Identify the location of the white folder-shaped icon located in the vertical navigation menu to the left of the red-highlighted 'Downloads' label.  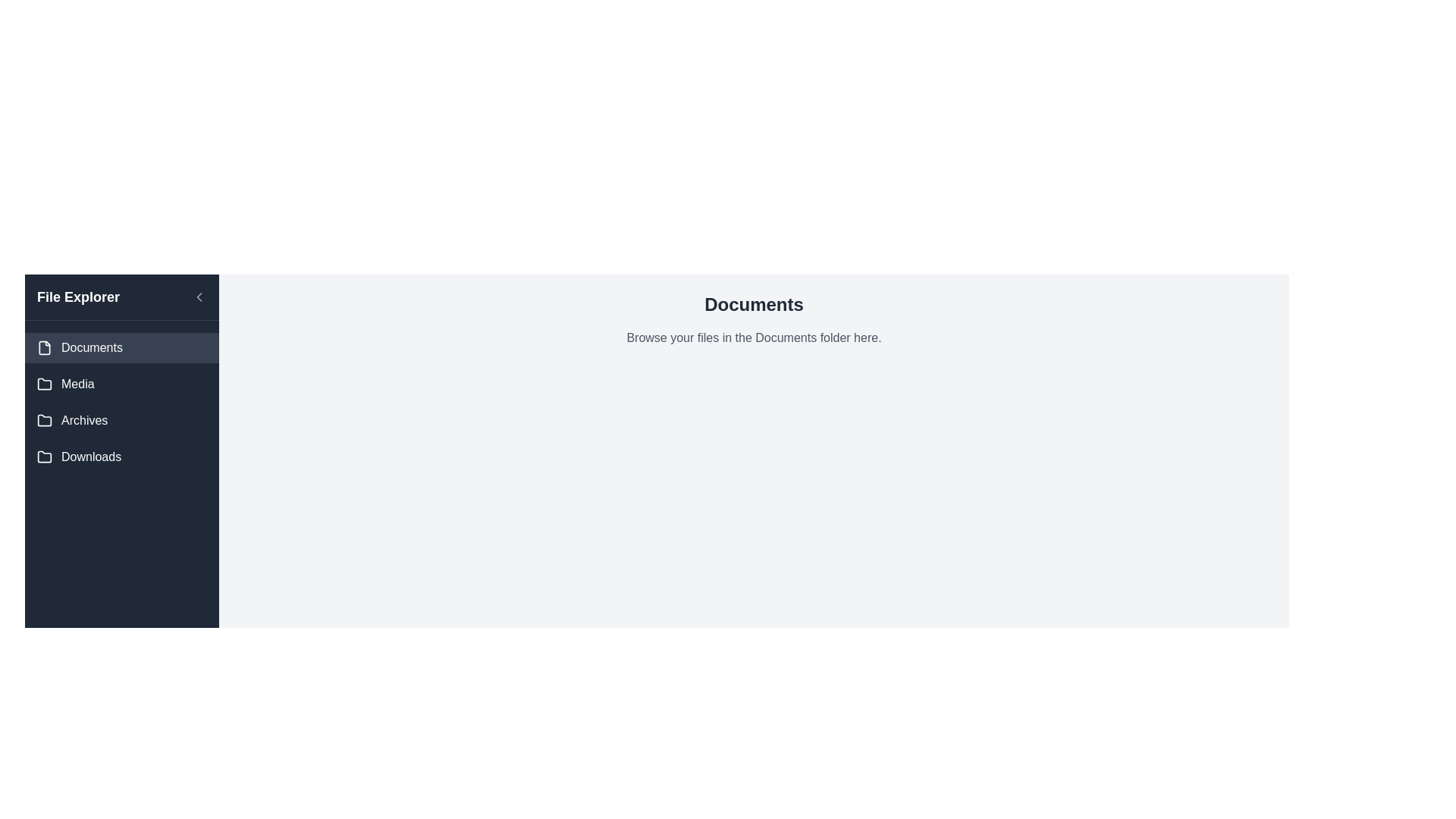
(44, 456).